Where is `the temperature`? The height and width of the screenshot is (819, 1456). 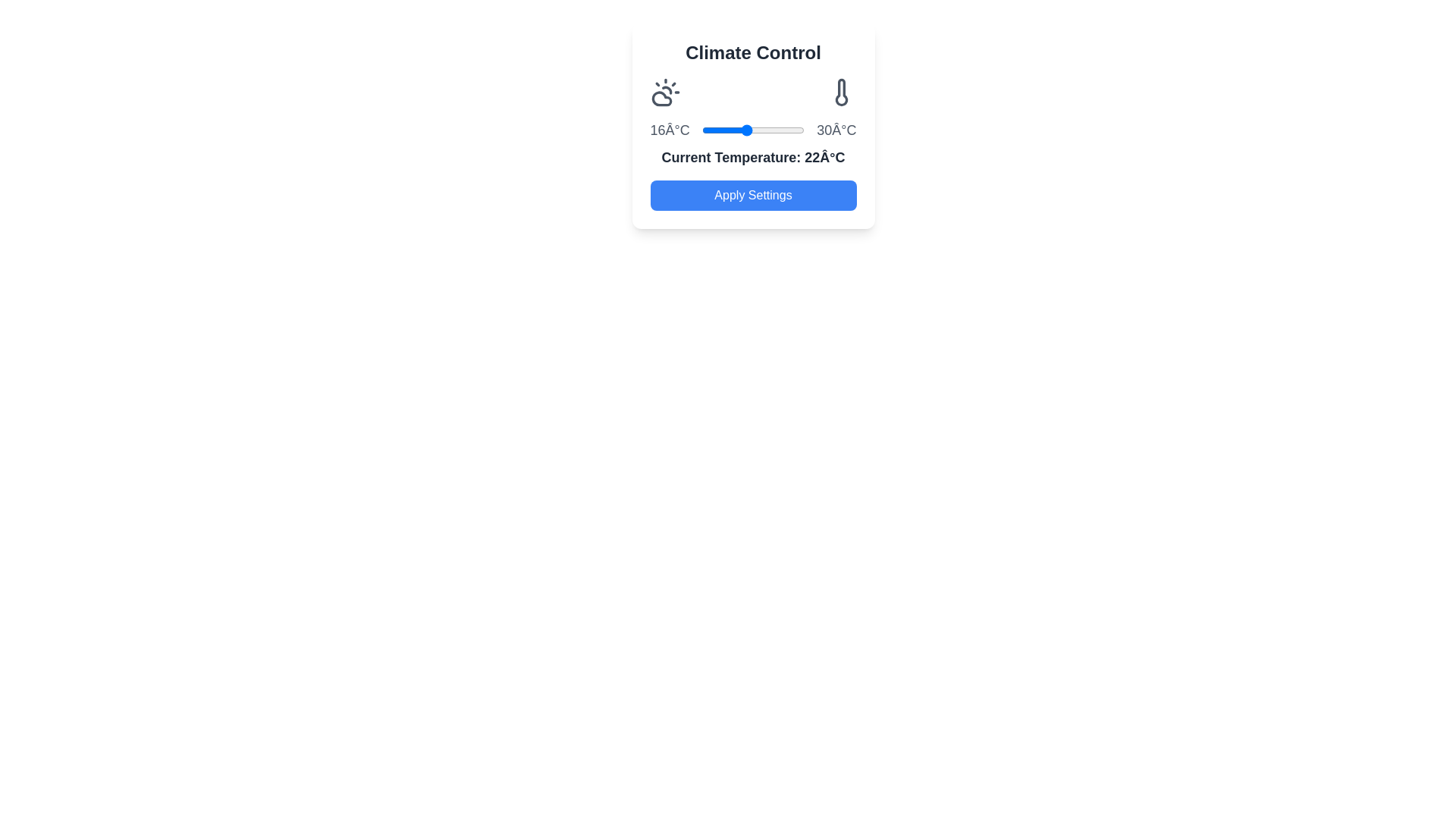
the temperature is located at coordinates (731, 130).